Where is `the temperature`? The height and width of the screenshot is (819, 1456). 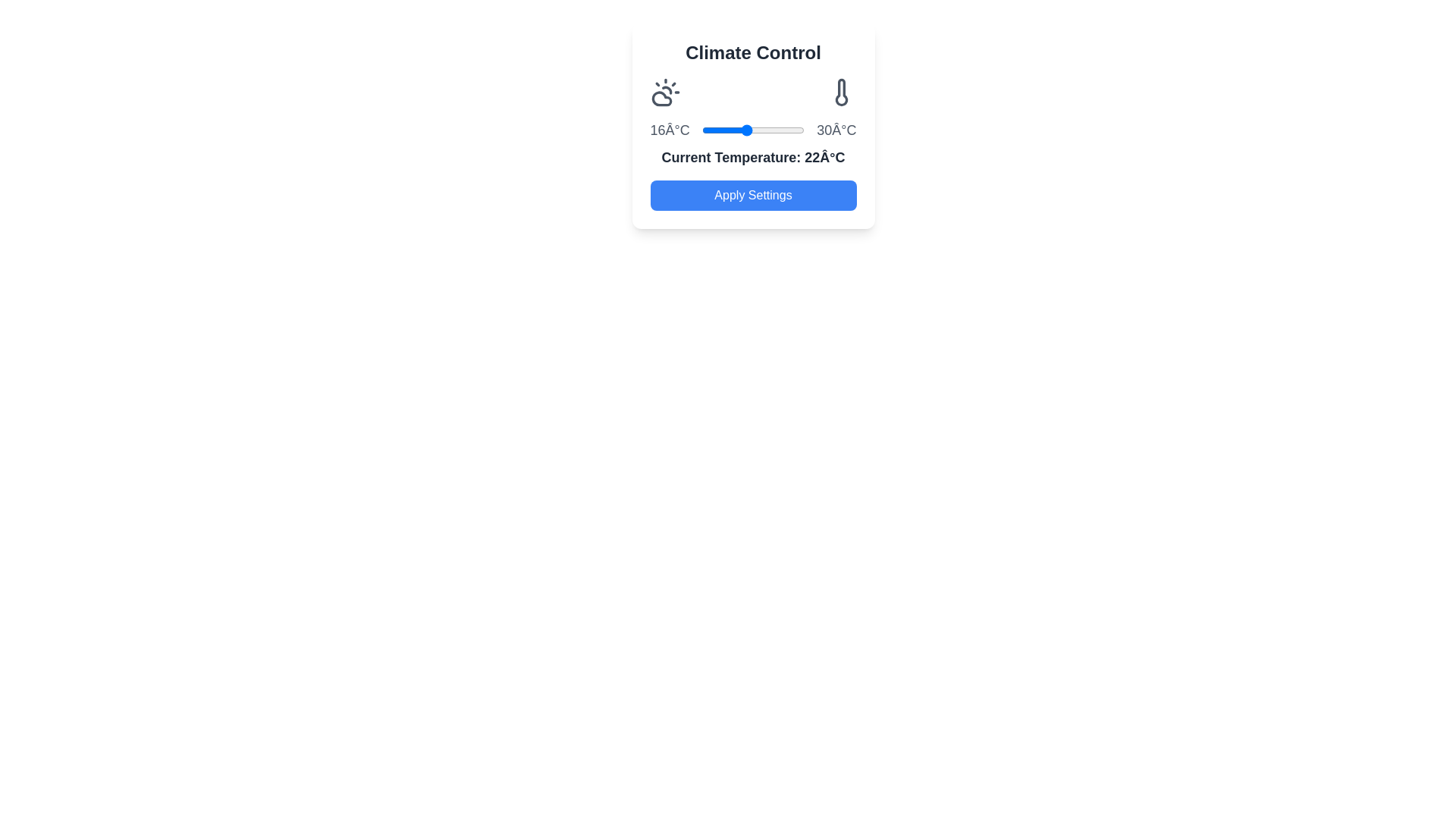
the temperature is located at coordinates (731, 130).